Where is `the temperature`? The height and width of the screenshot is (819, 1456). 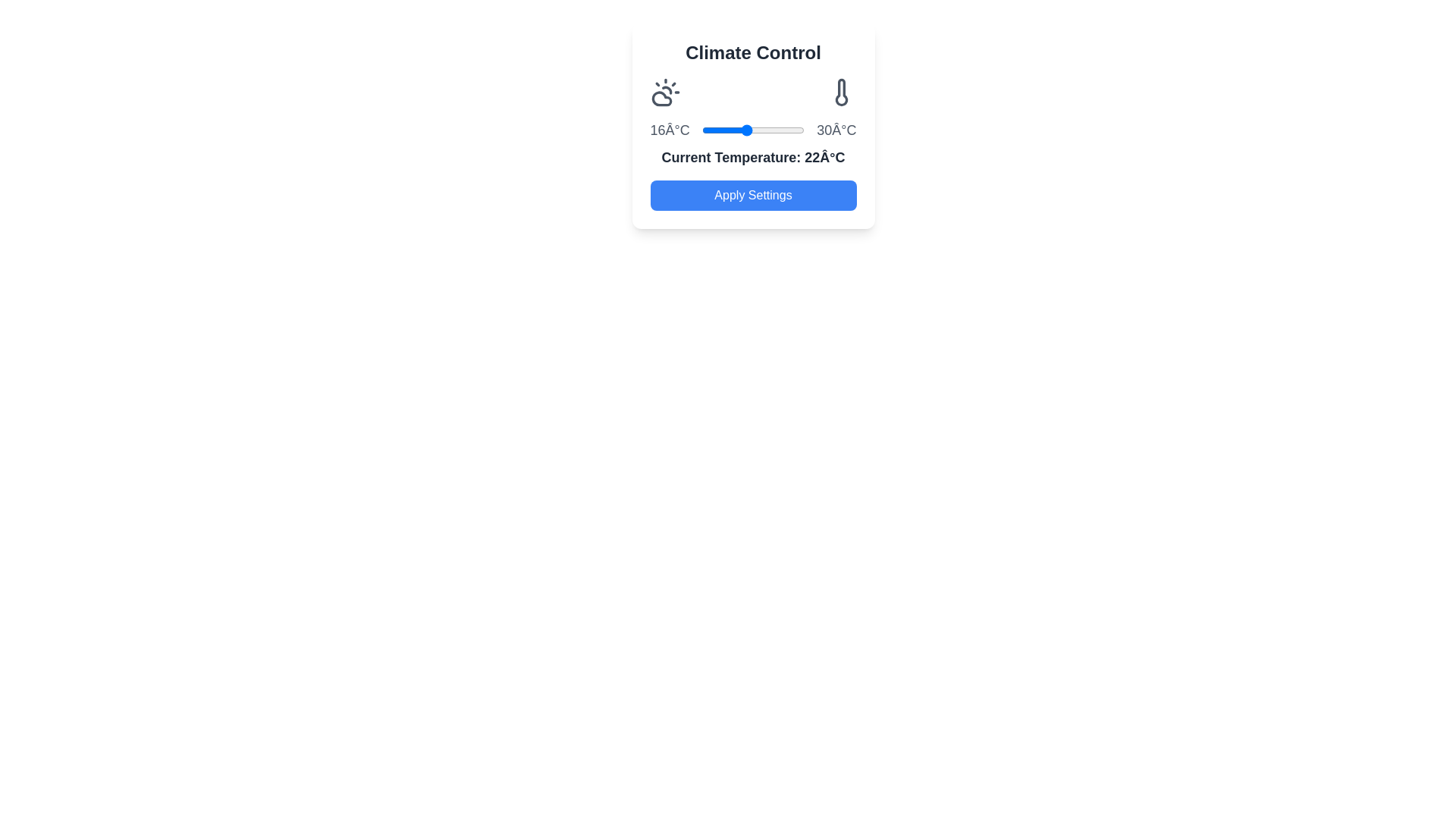
the temperature is located at coordinates (731, 130).